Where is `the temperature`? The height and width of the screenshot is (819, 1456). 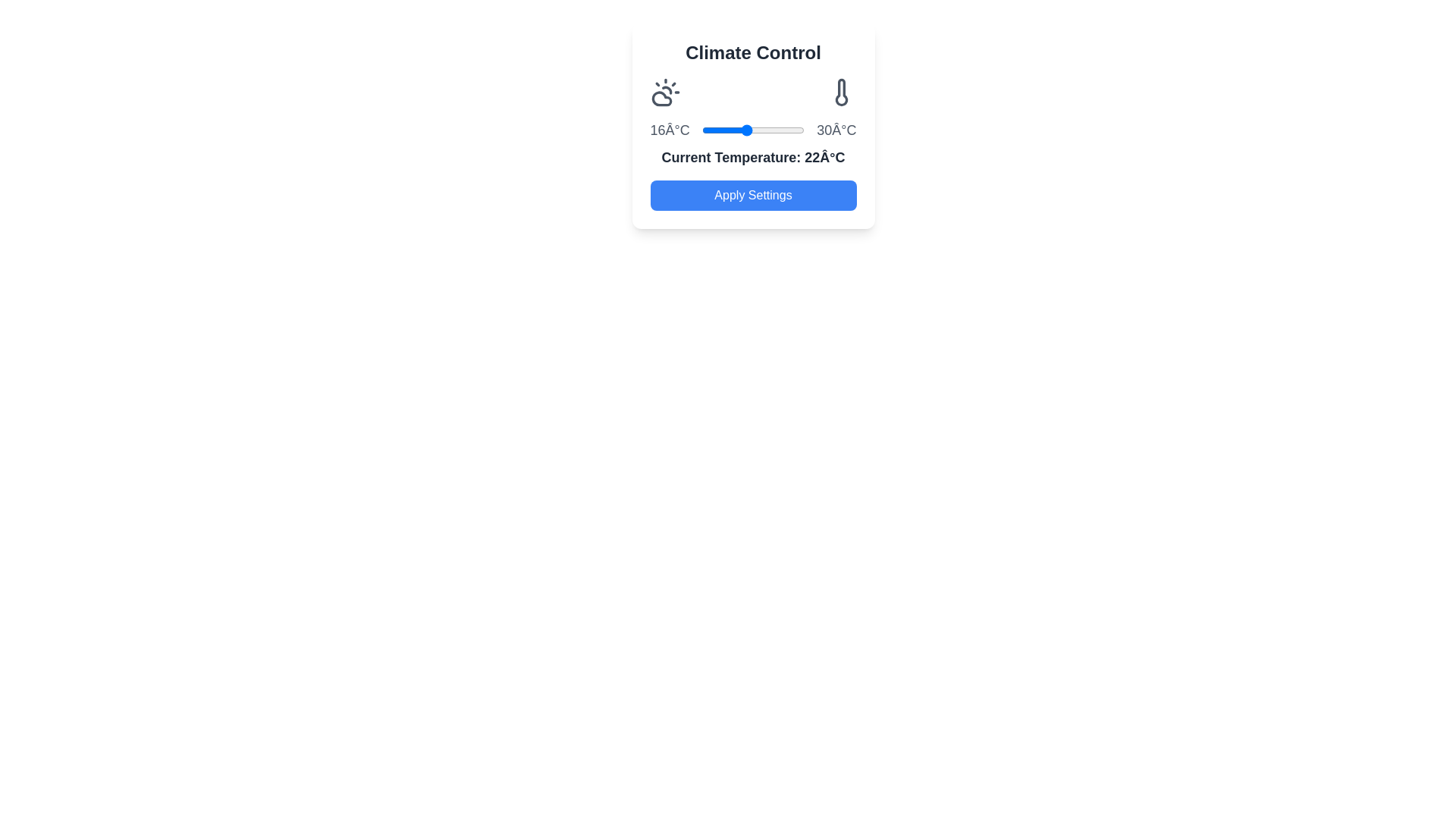
the temperature is located at coordinates (731, 130).